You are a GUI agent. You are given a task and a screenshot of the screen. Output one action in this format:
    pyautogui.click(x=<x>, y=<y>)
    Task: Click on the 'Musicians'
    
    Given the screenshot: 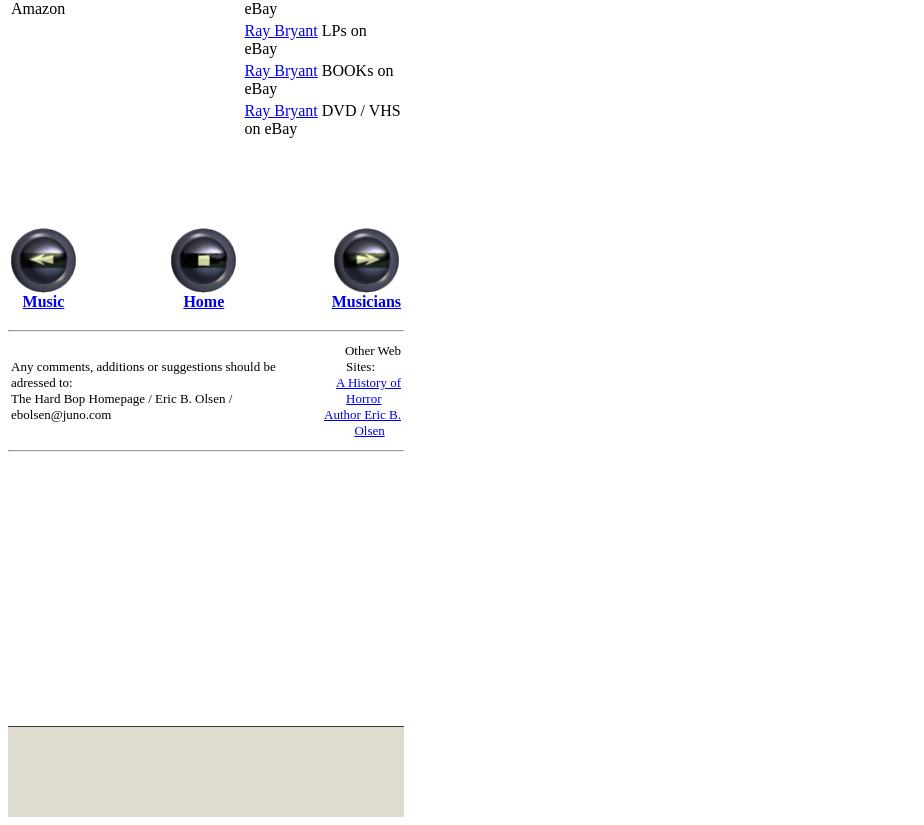 What is the action you would take?
    pyautogui.click(x=365, y=300)
    